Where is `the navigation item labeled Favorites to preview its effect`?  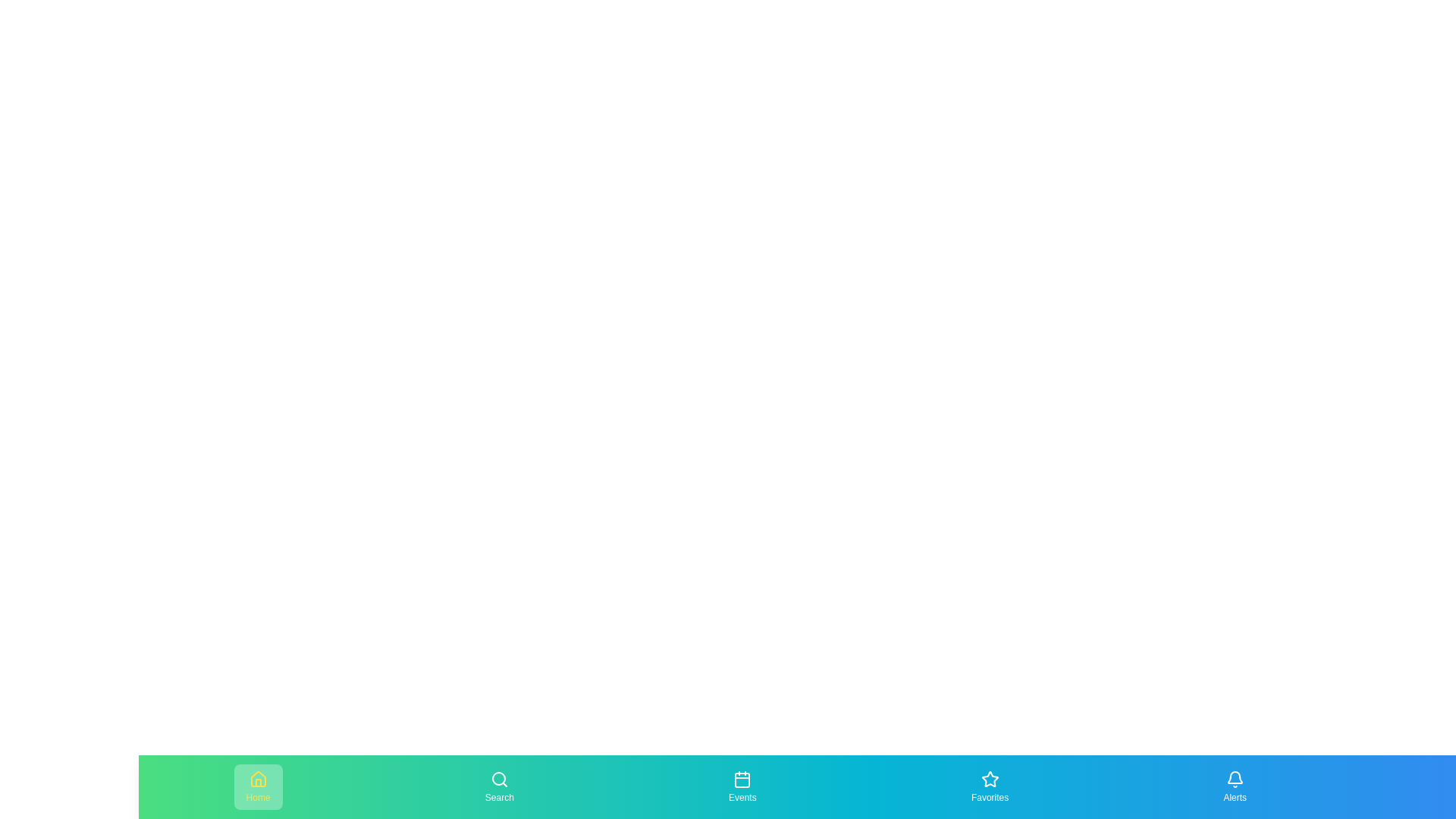 the navigation item labeled Favorites to preview its effect is located at coordinates (990, 786).